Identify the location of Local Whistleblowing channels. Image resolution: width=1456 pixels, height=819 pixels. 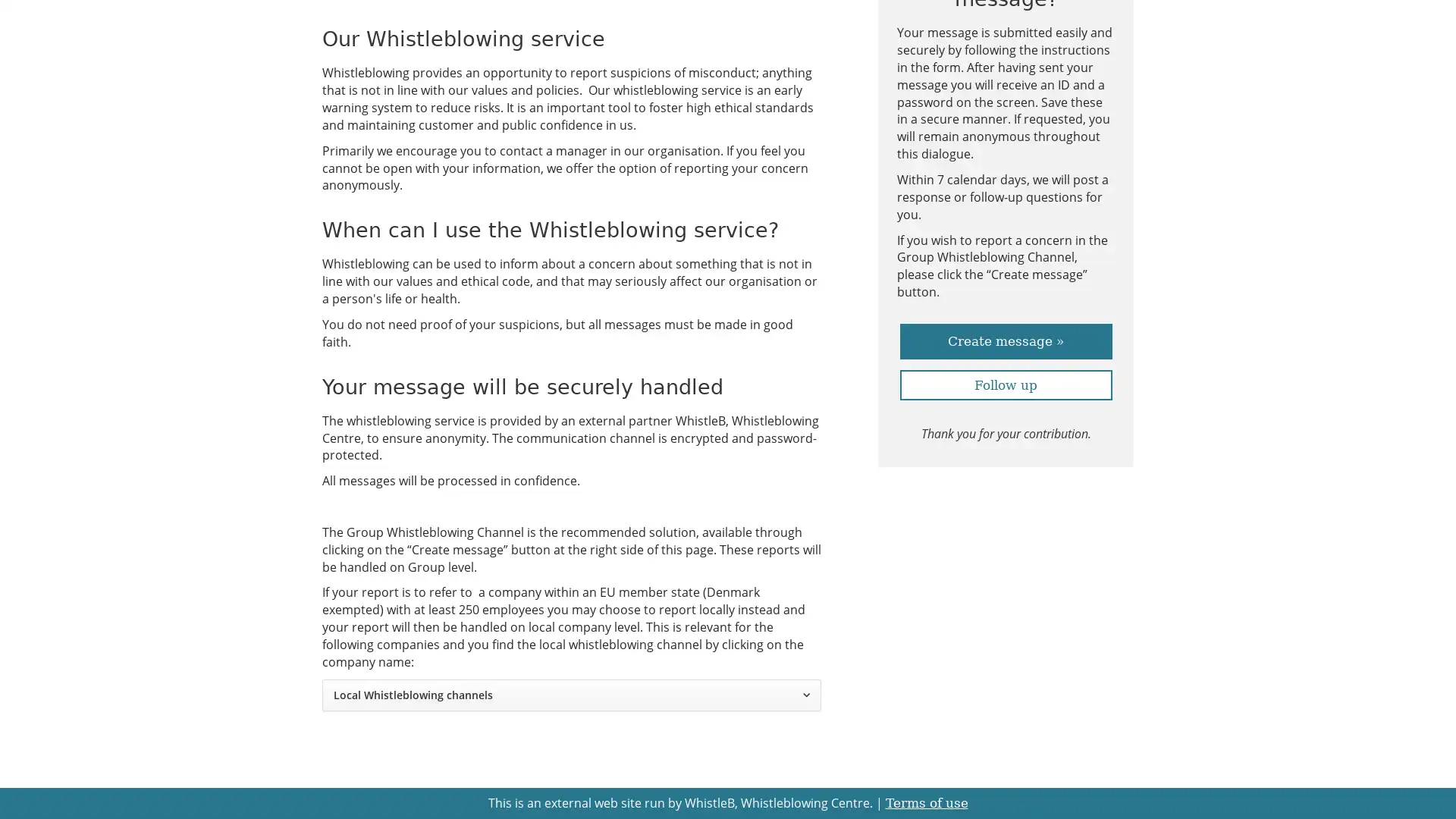
(570, 694).